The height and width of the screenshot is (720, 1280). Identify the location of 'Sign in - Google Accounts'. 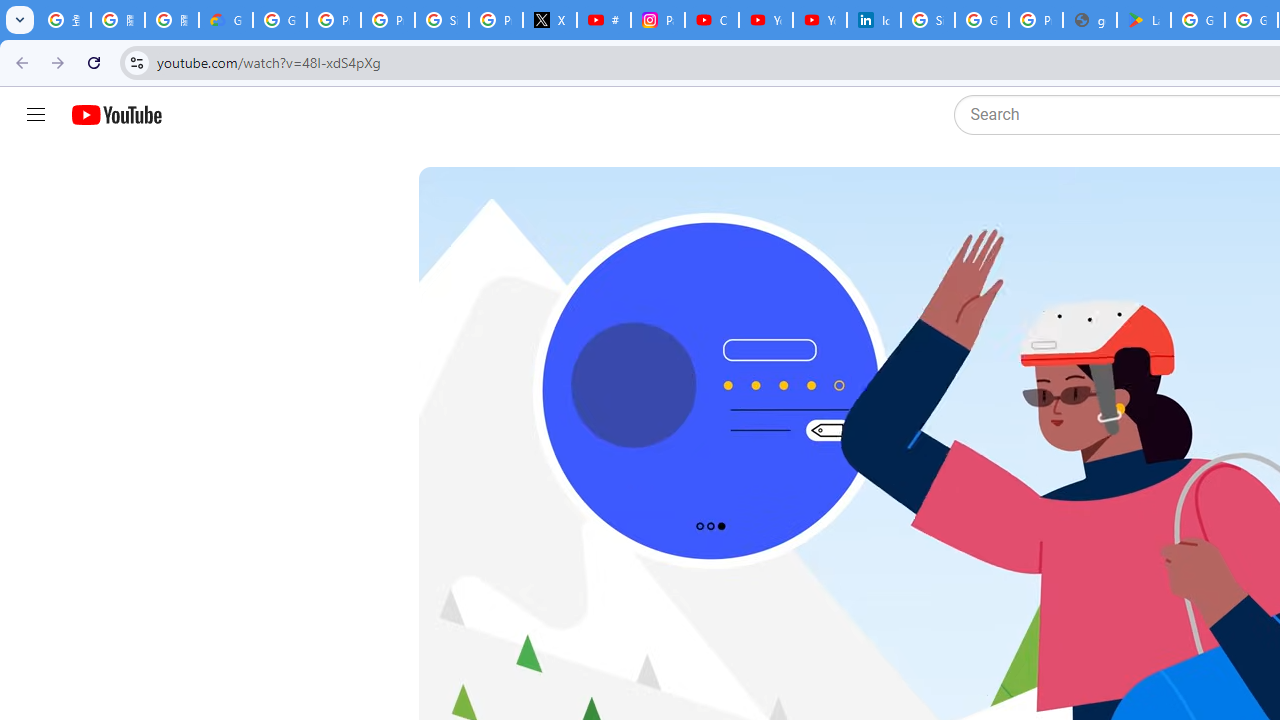
(927, 20).